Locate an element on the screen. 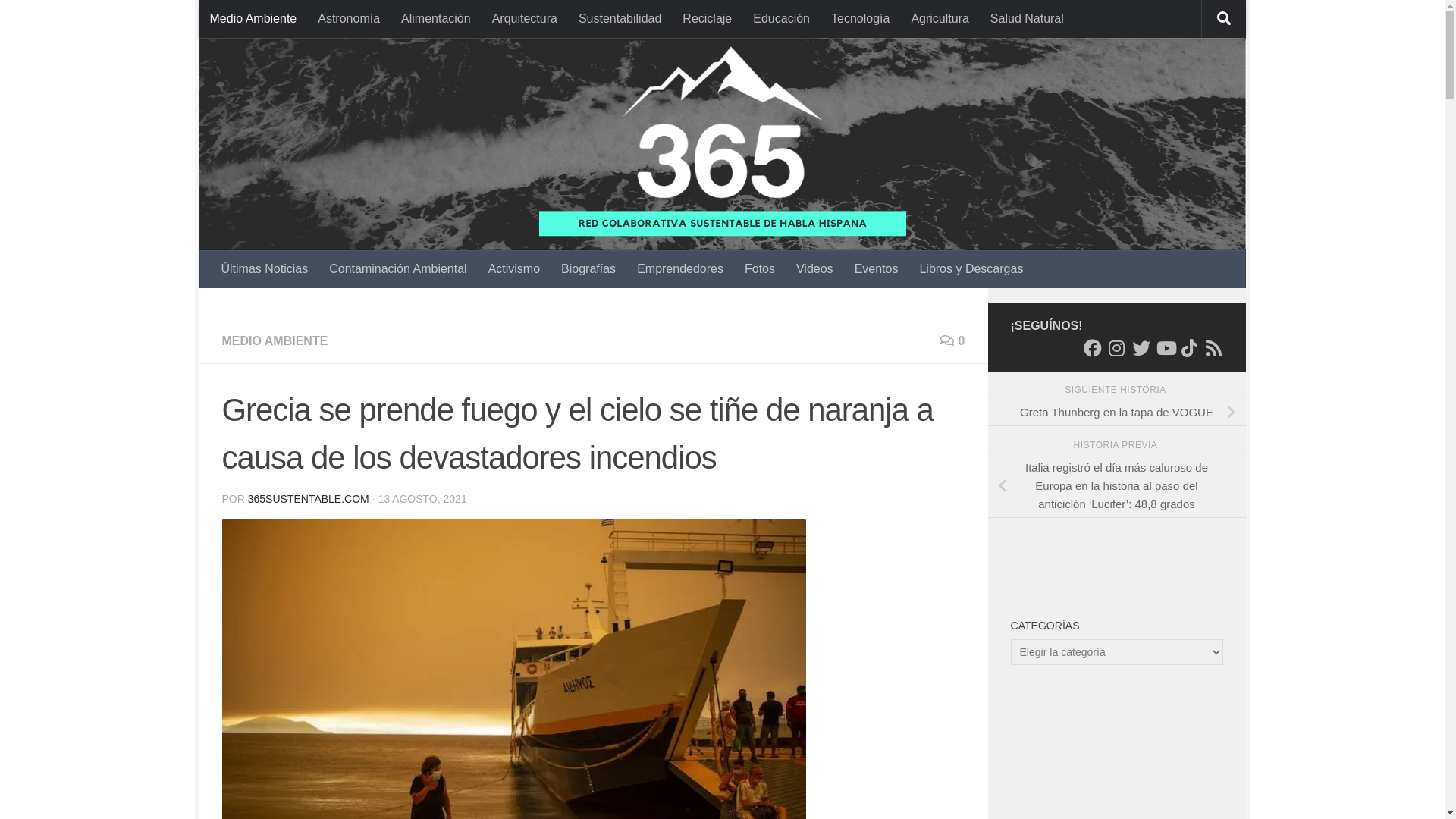 This screenshot has height=819, width=1456. 'Videos' is located at coordinates (814, 268).